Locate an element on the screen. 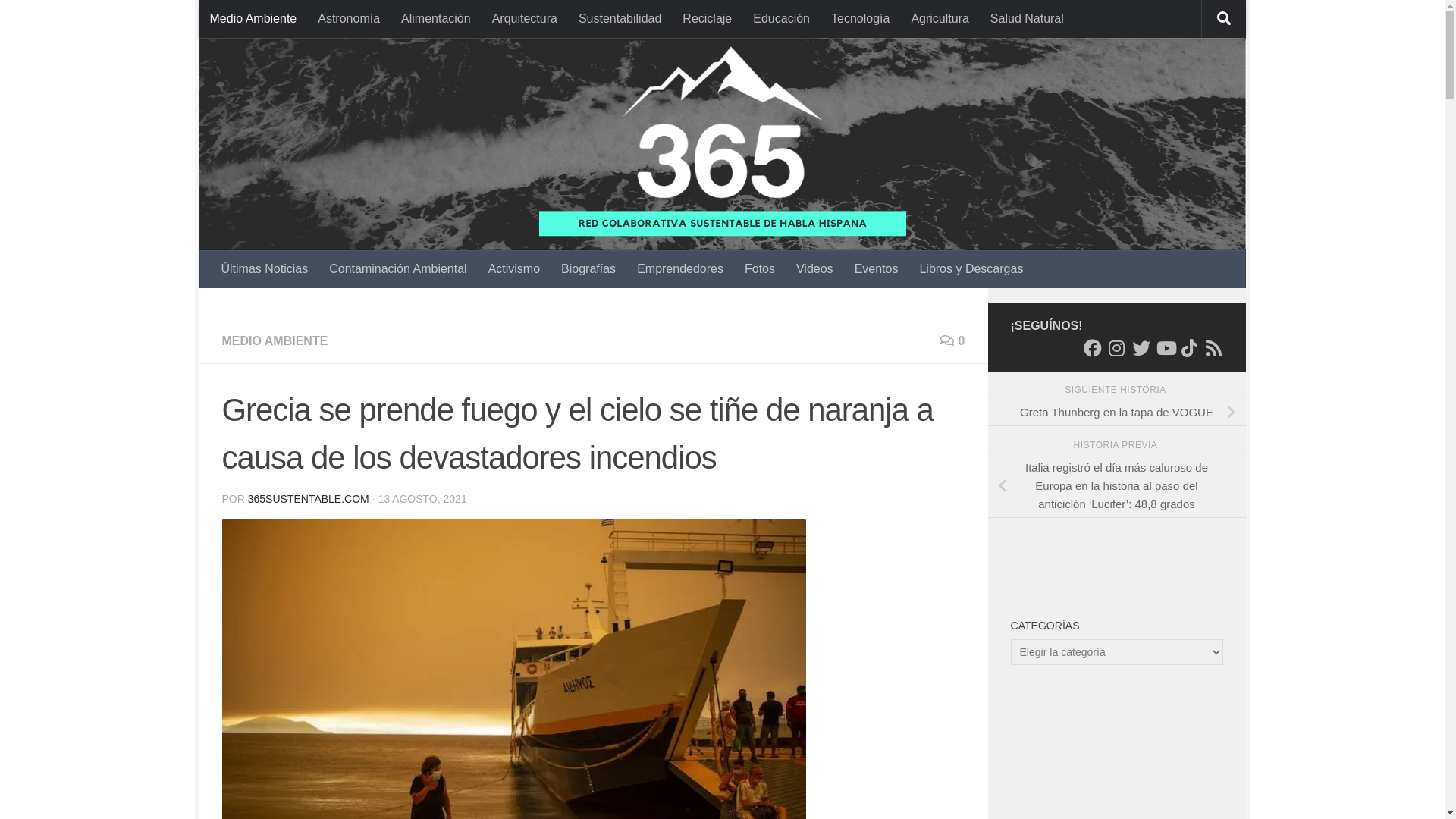 This screenshot has height=819, width=1456. 'Videos' is located at coordinates (814, 268).